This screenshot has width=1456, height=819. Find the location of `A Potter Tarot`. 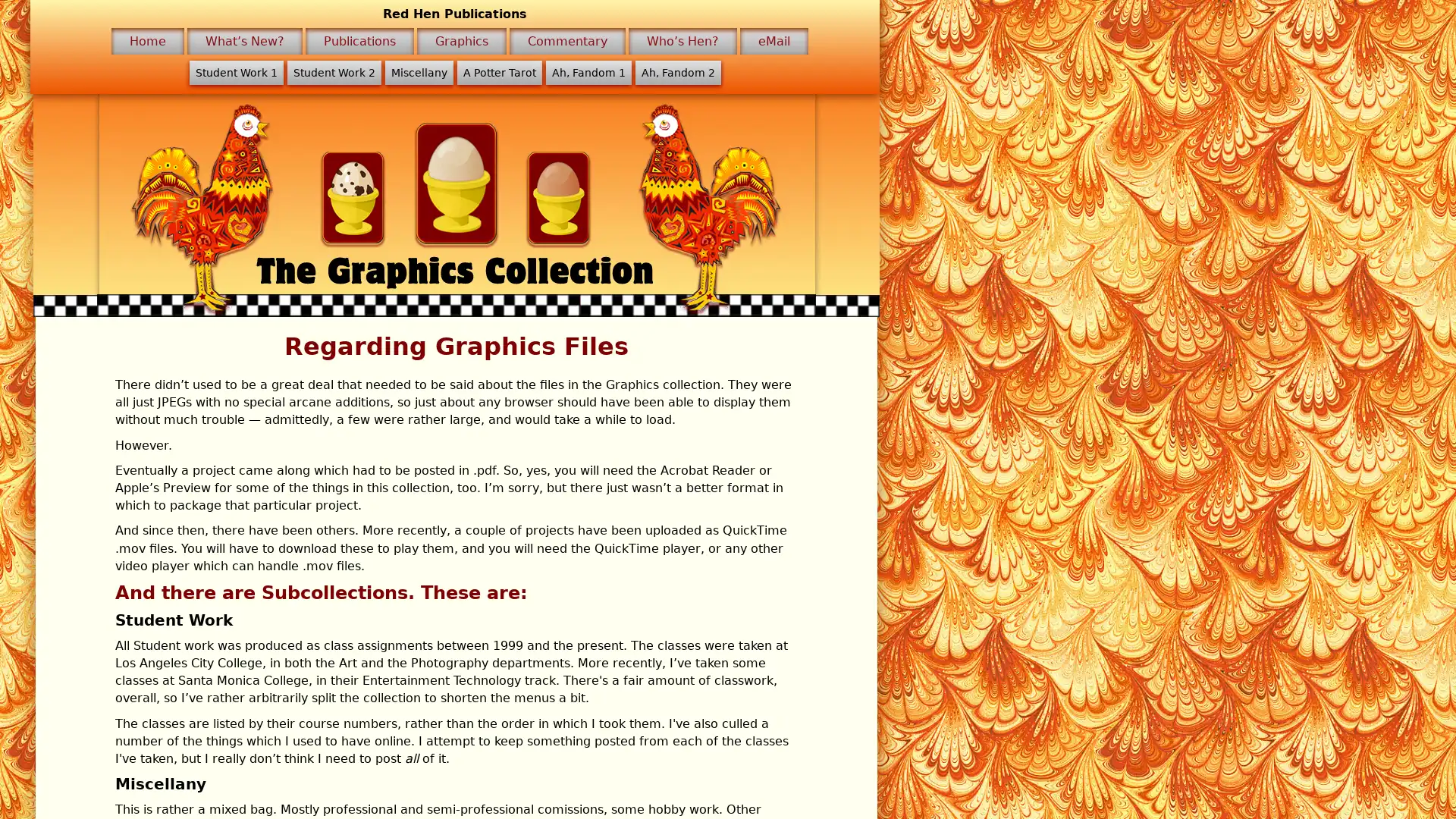

A Potter Tarot is located at coordinates (498, 73).